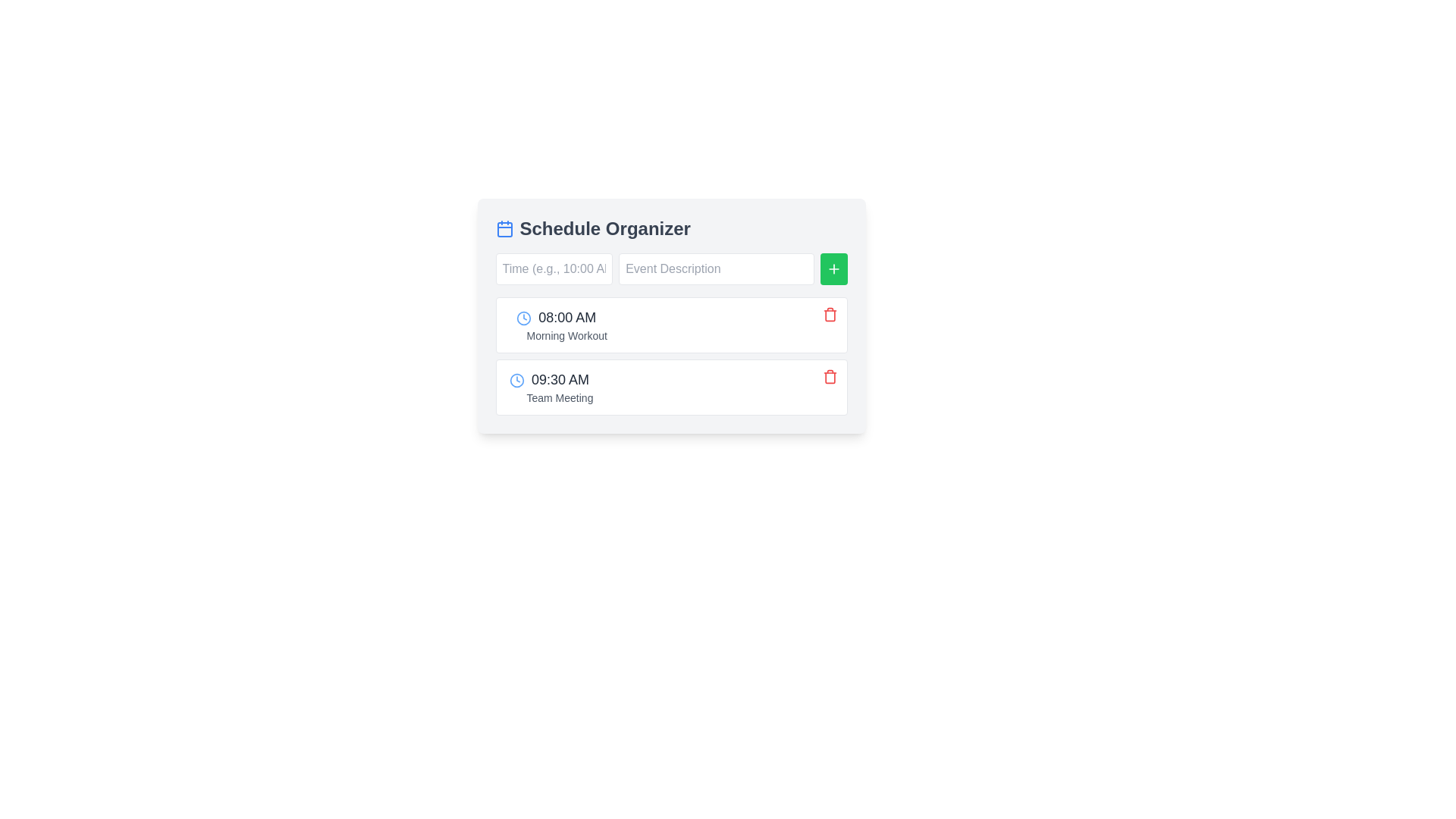 The width and height of the screenshot is (1456, 819). I want to click on 'Team Meeting' label, which is displayed in a smaller, lighter gray font below the time label '09:30 AM', so click(559, 397).